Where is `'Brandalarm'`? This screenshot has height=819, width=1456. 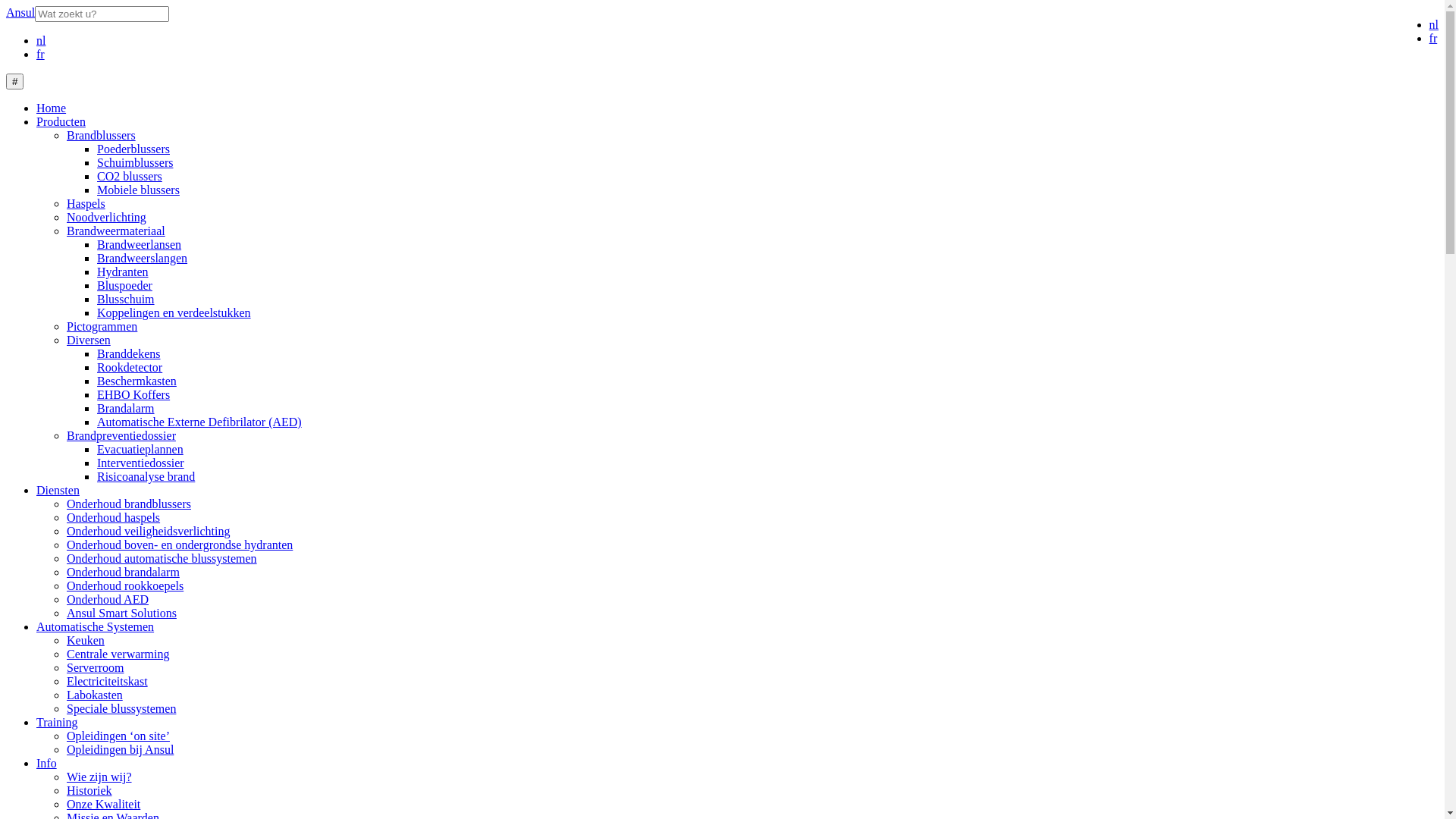 'Brandalarm' is located at coordinates (96, 407).